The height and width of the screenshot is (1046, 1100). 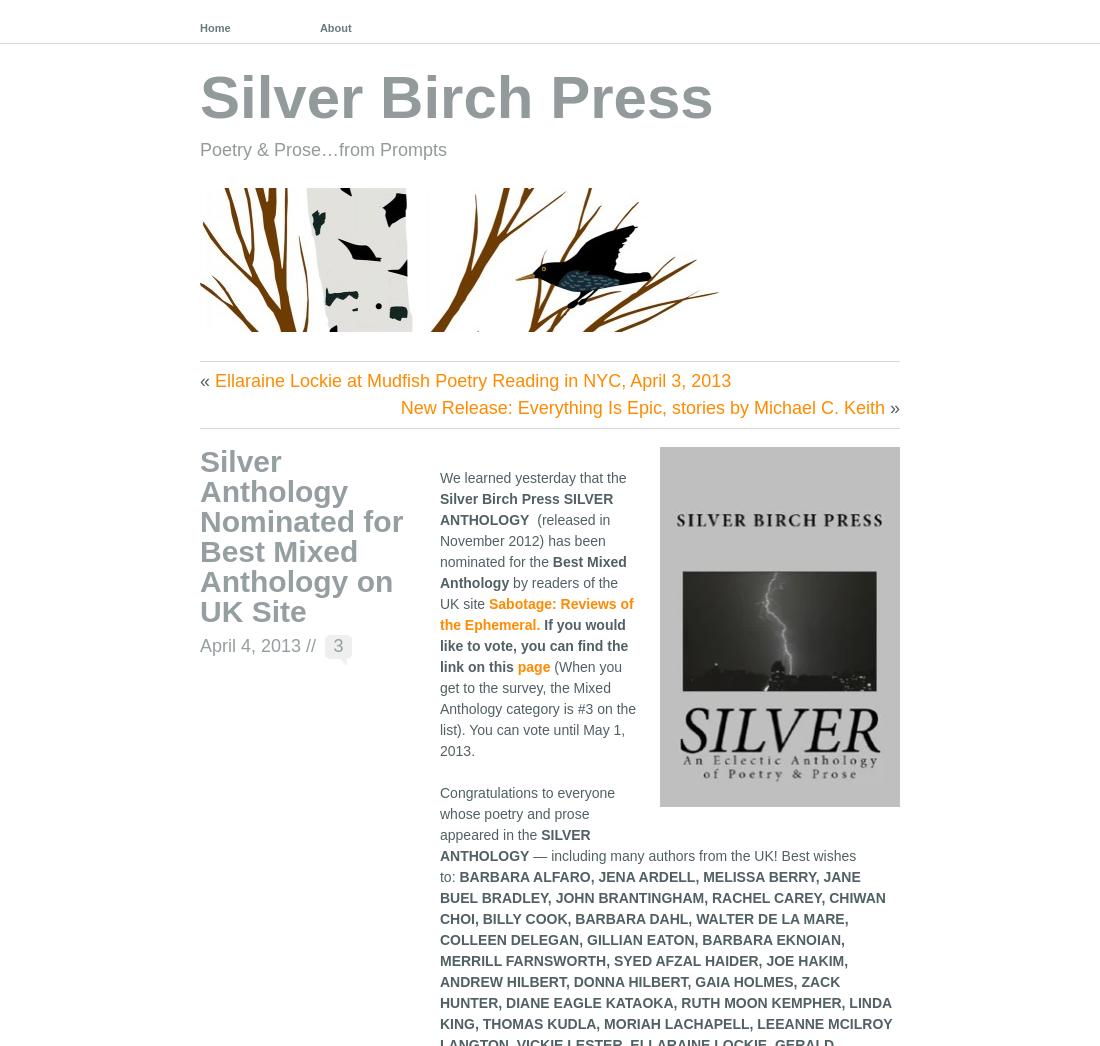 I want to click on 'Silver Birch Press SILVER ANTHOLOGY', so click(x=438, y=508).